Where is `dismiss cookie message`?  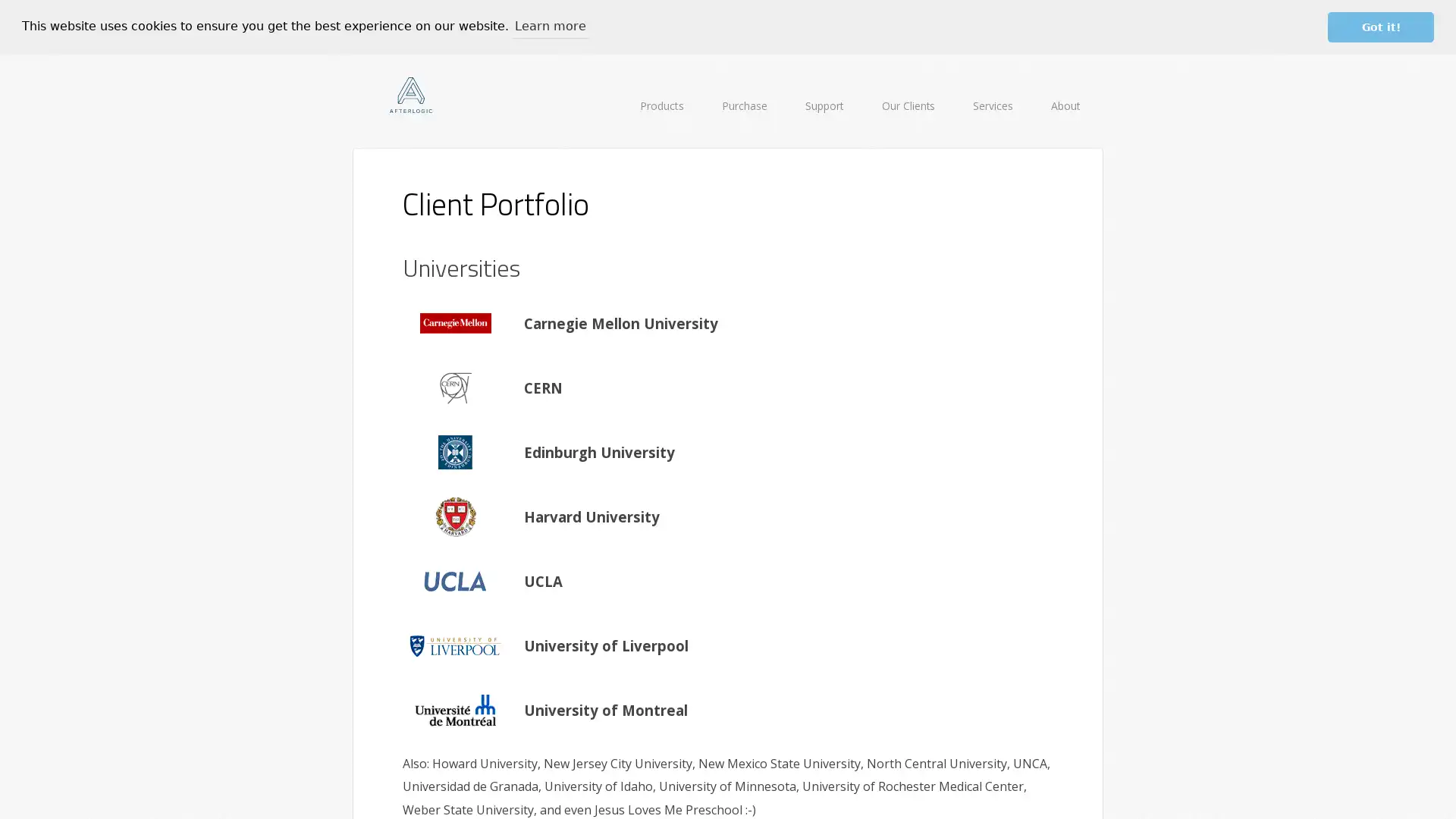
dismiss cookie message is located at coordinates (1380, 27).